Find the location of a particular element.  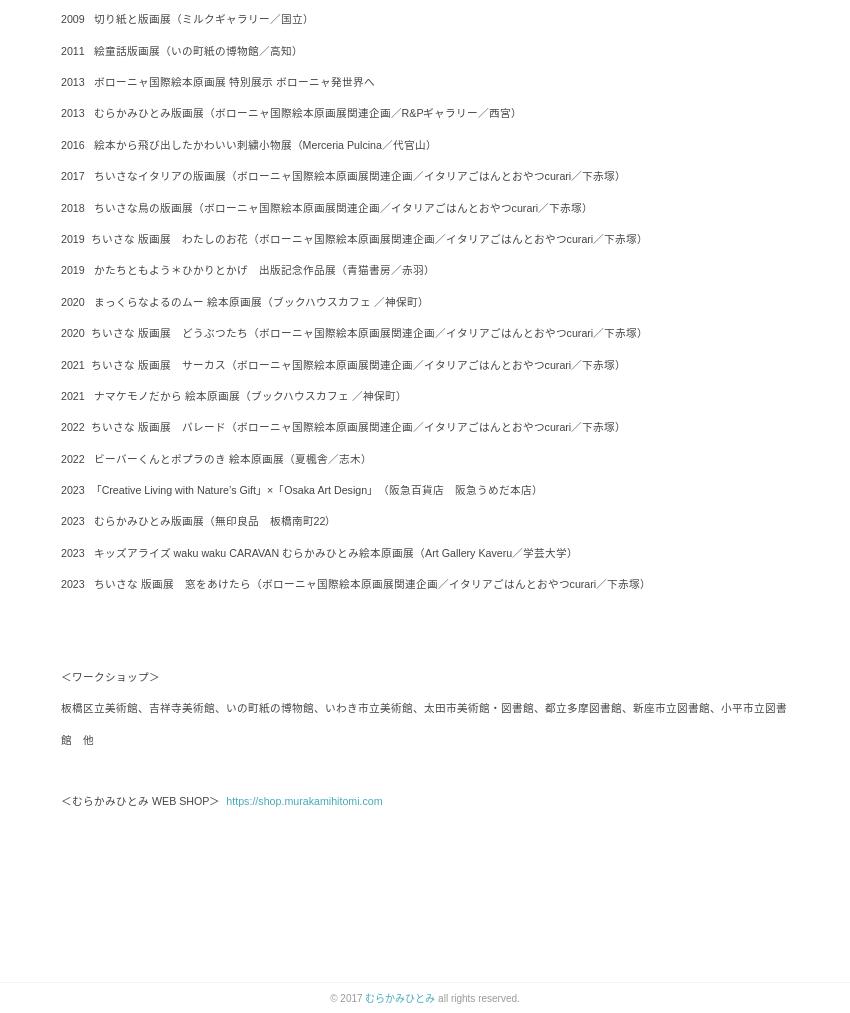

'https://shop.murakamihitomi.com' is located at coordinates (226, 800).